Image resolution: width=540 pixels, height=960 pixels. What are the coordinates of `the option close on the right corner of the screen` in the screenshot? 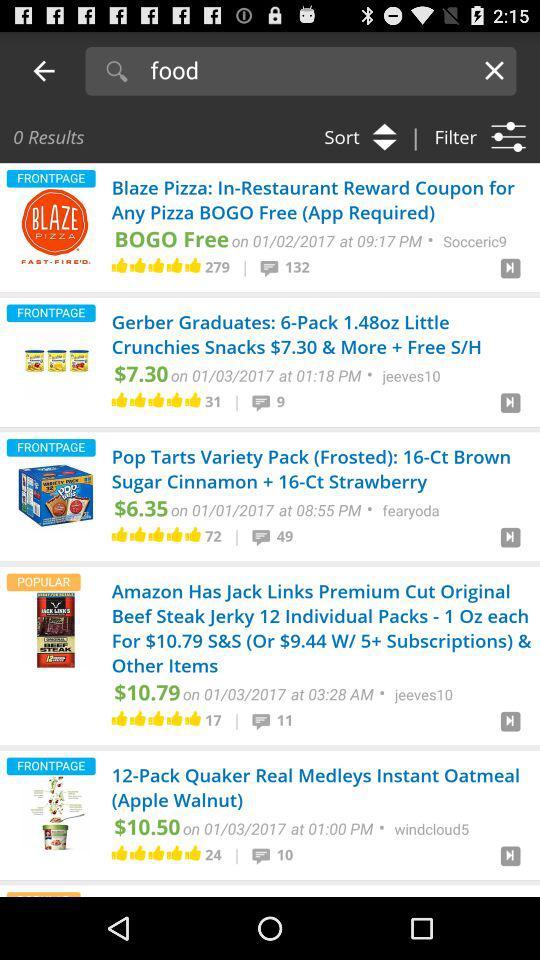 It's located at (493, 69).